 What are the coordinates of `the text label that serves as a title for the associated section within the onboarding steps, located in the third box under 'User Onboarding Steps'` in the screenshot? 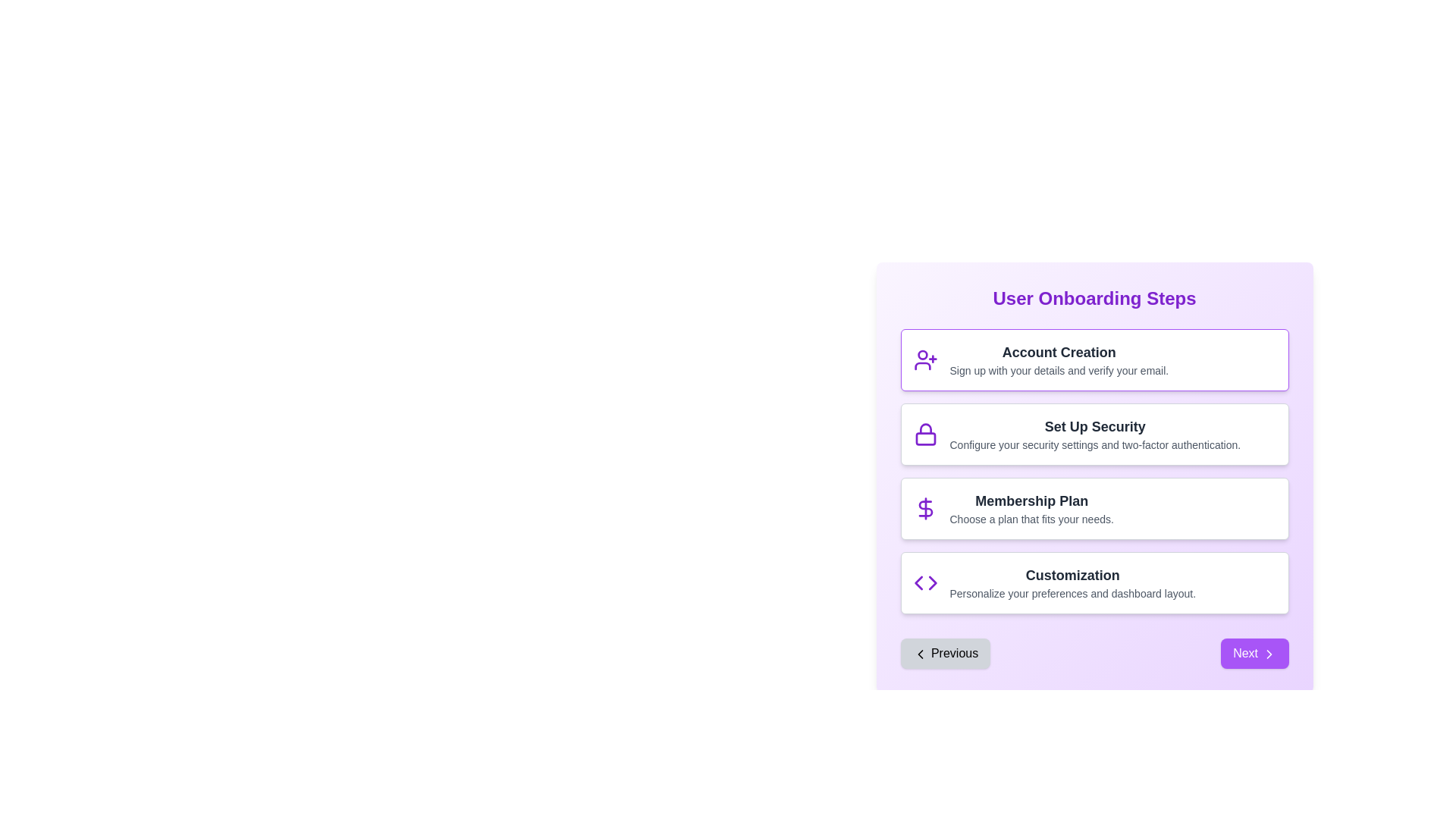 It's located at (1031, 500).